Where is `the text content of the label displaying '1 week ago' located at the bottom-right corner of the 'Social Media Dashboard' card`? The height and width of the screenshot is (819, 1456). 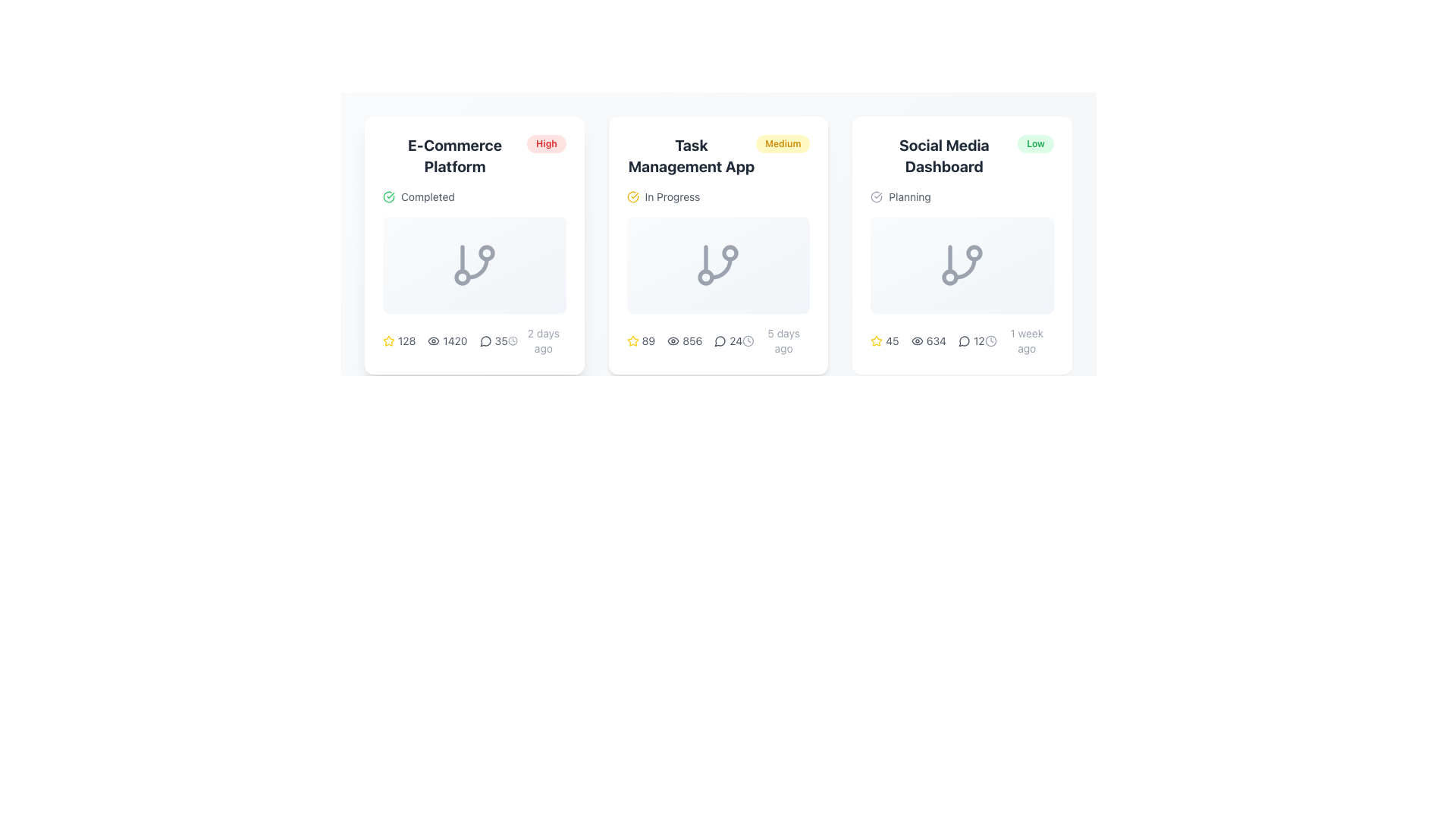 the text content of the label displaying '1 week ago' located at the bottom-right corner of the 'Social Media Dashboard' card is located at coordinates (1027, 341).